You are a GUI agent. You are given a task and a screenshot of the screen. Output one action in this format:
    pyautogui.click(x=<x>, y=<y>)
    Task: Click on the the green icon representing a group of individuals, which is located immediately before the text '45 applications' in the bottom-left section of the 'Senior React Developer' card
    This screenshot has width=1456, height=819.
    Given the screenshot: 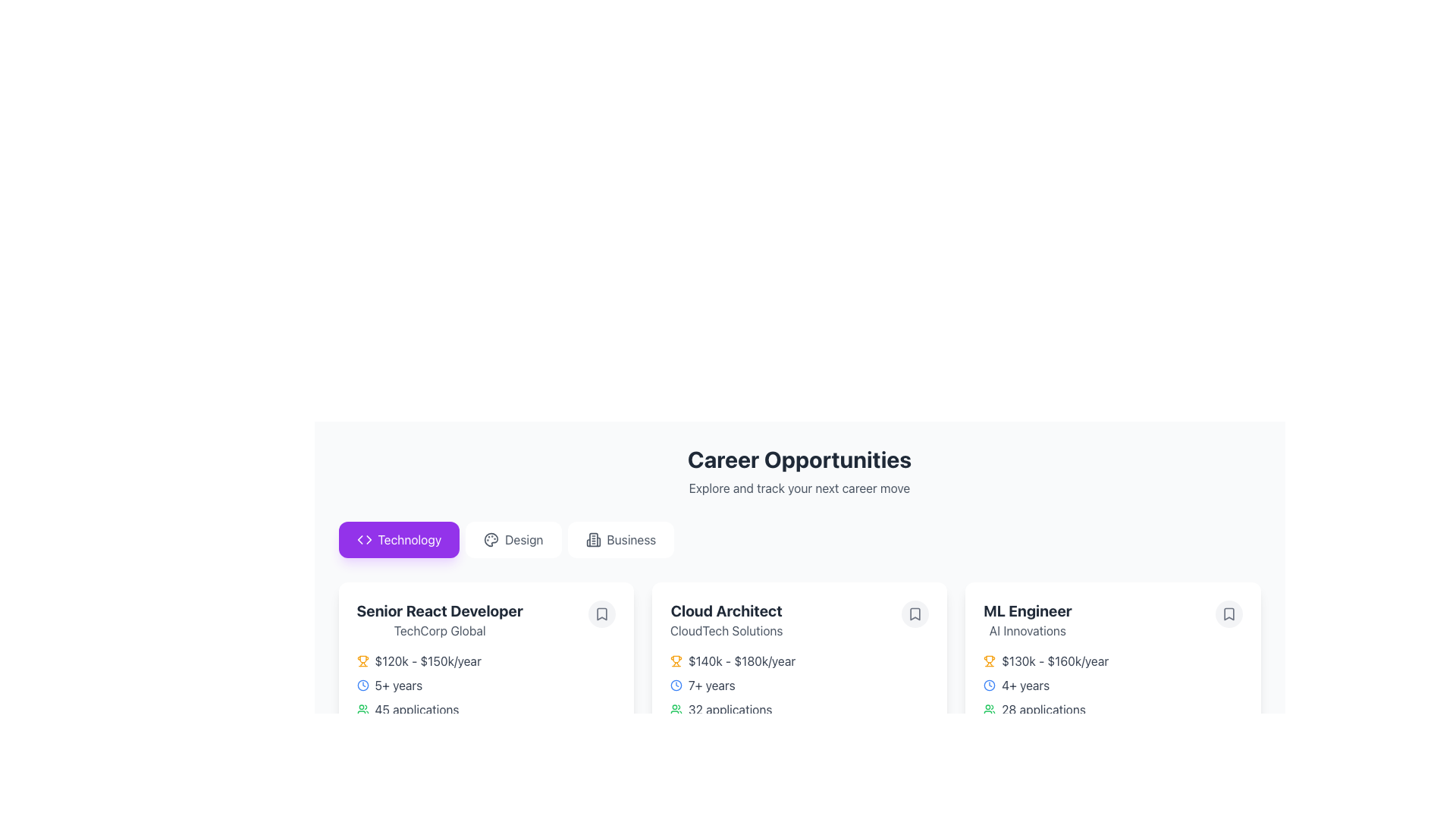 What is the action you would take?
    pyautogui.click(x=362, y=710)
    